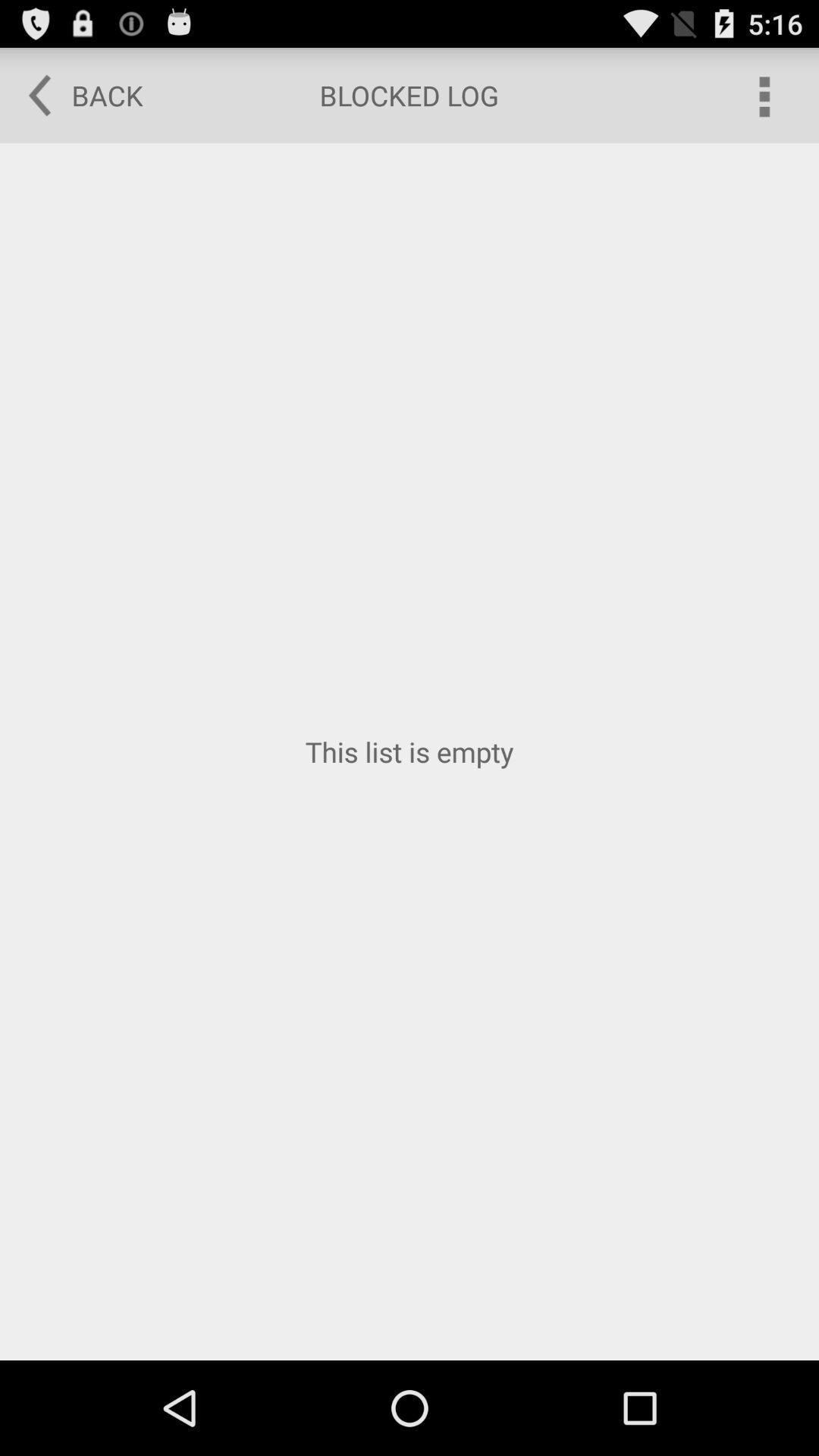 Image resolution: width=819 pixels, height=1456 pixels. Describe the element at coordinates (75, 94) in the screenshot. I see `back button` at that location.